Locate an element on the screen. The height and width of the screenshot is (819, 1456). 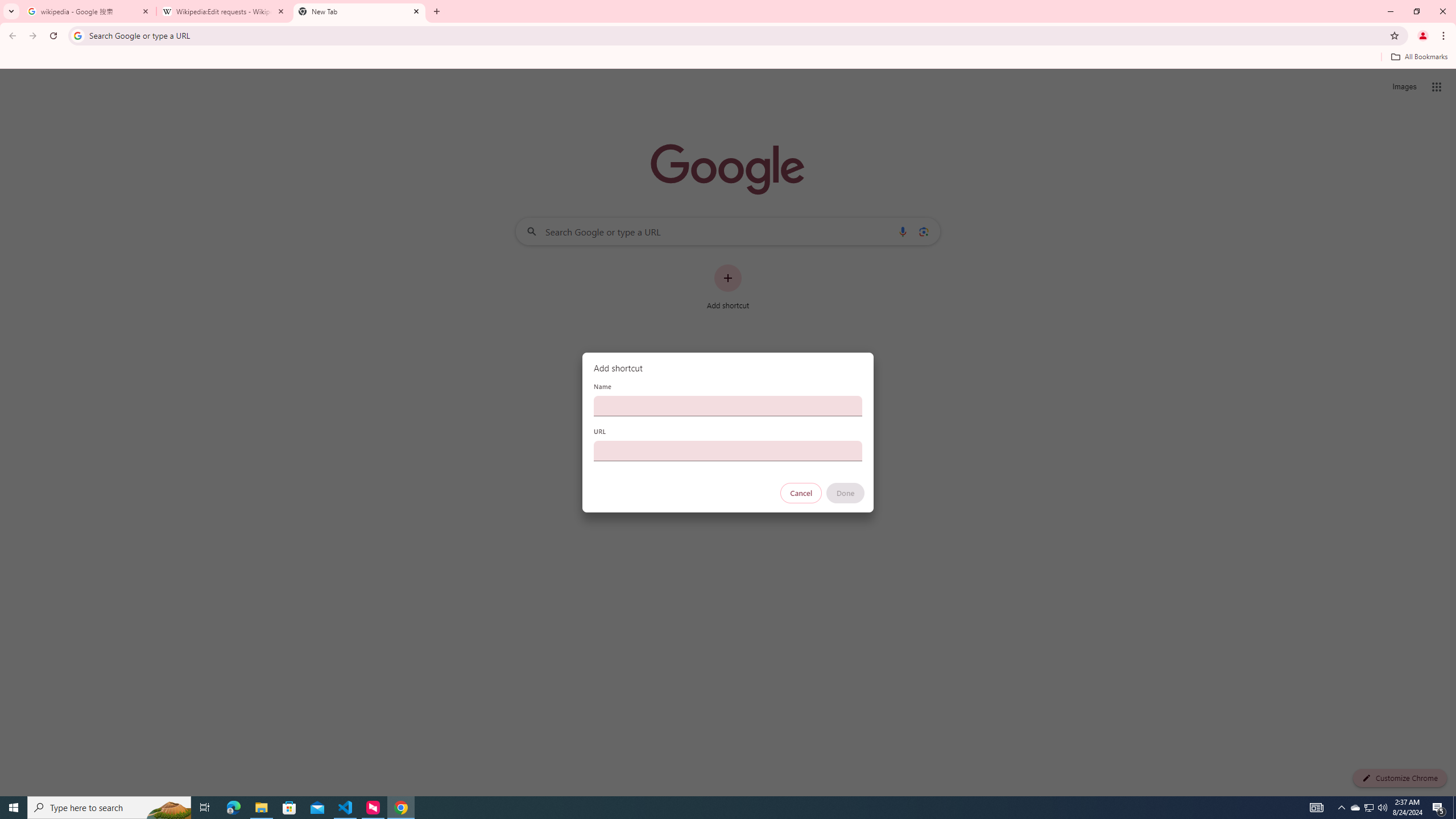
'New Tab' is located at coordinates (359, 11).